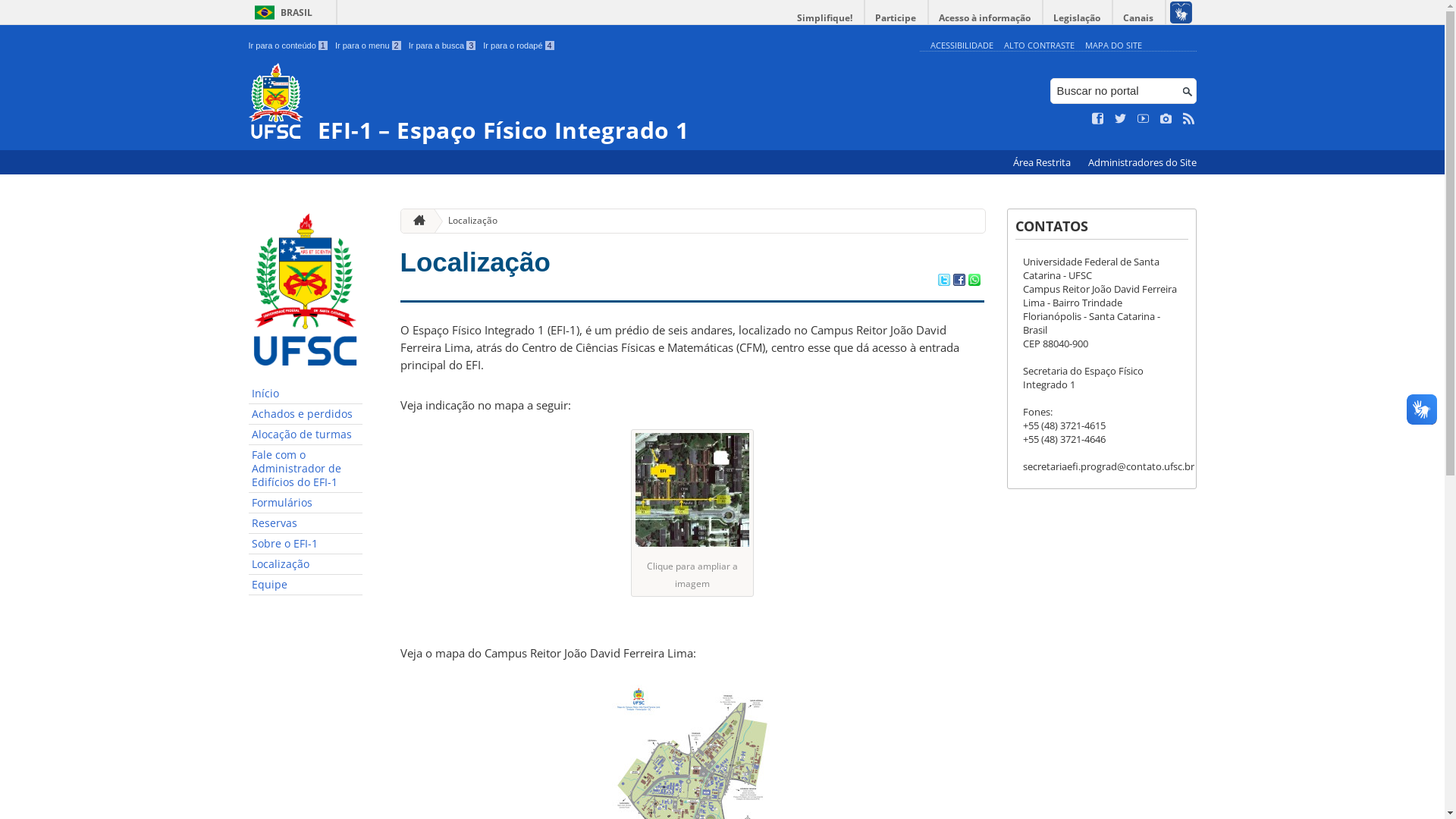 The width and height of the screenshot is (1456, 819). I want to click on 'Canais', so click(1139, 17).